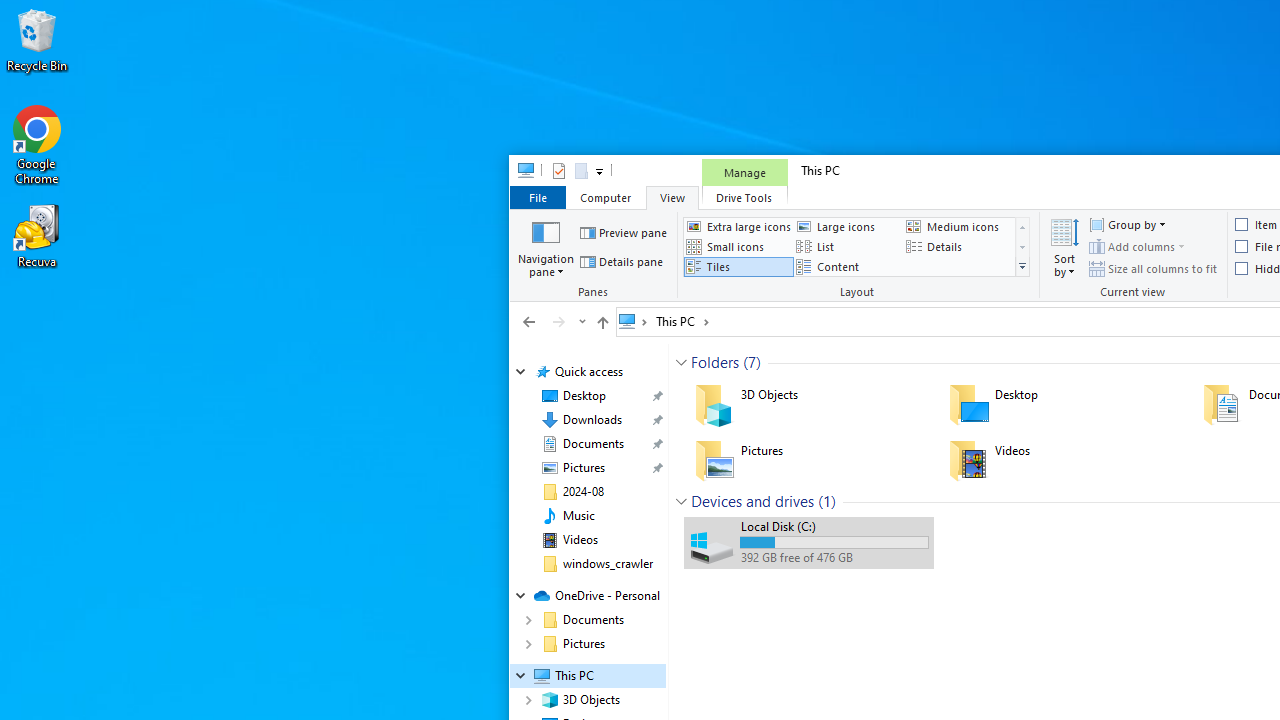  Describe the element at coordinates (552, 320) in the screenshot. I see `'Navigation buttons'` at that location.